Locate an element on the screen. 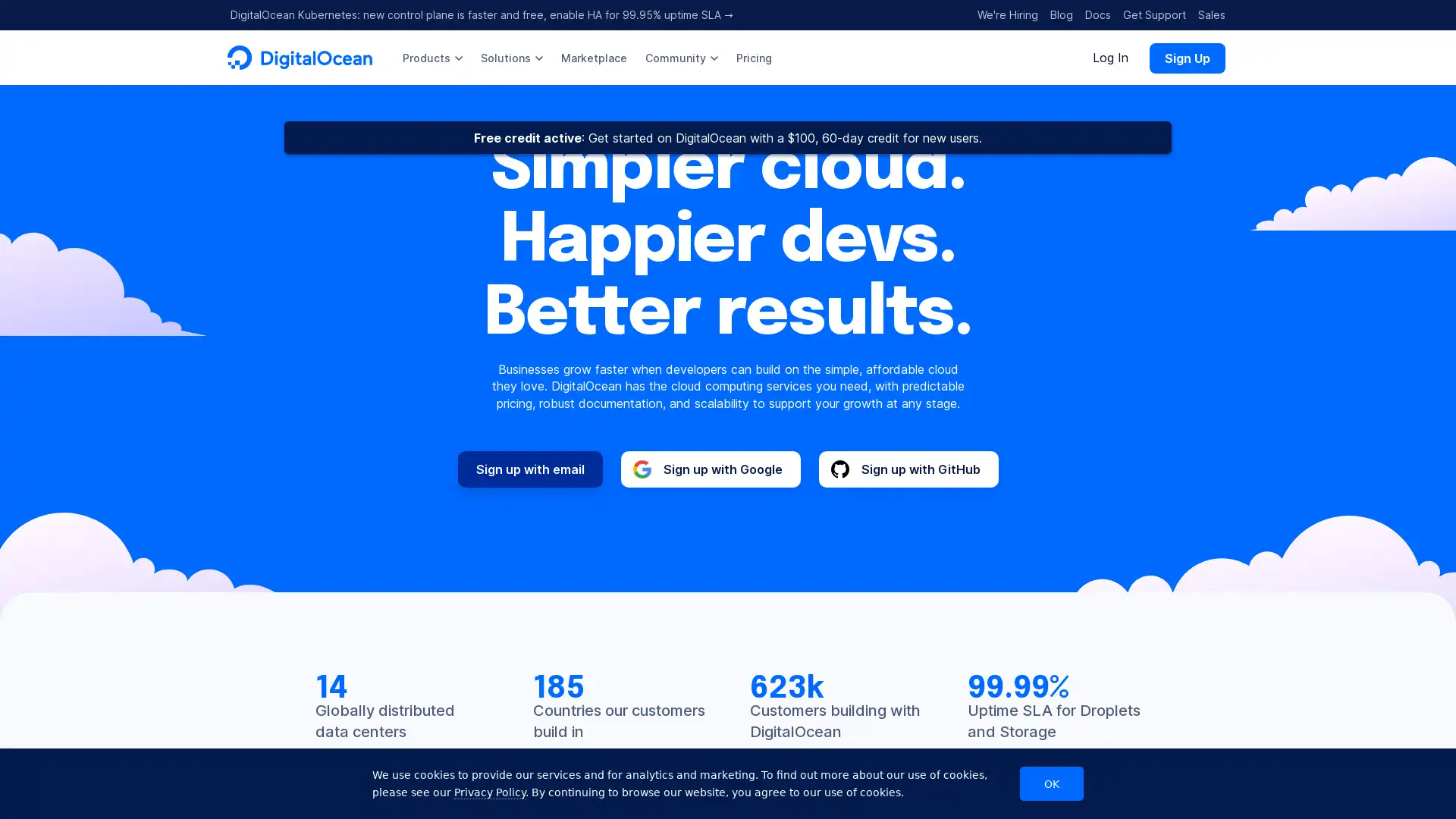 Image resolution: width=1456 pixels, height=819 pixels. OK is located at coordinates (1051, 783).